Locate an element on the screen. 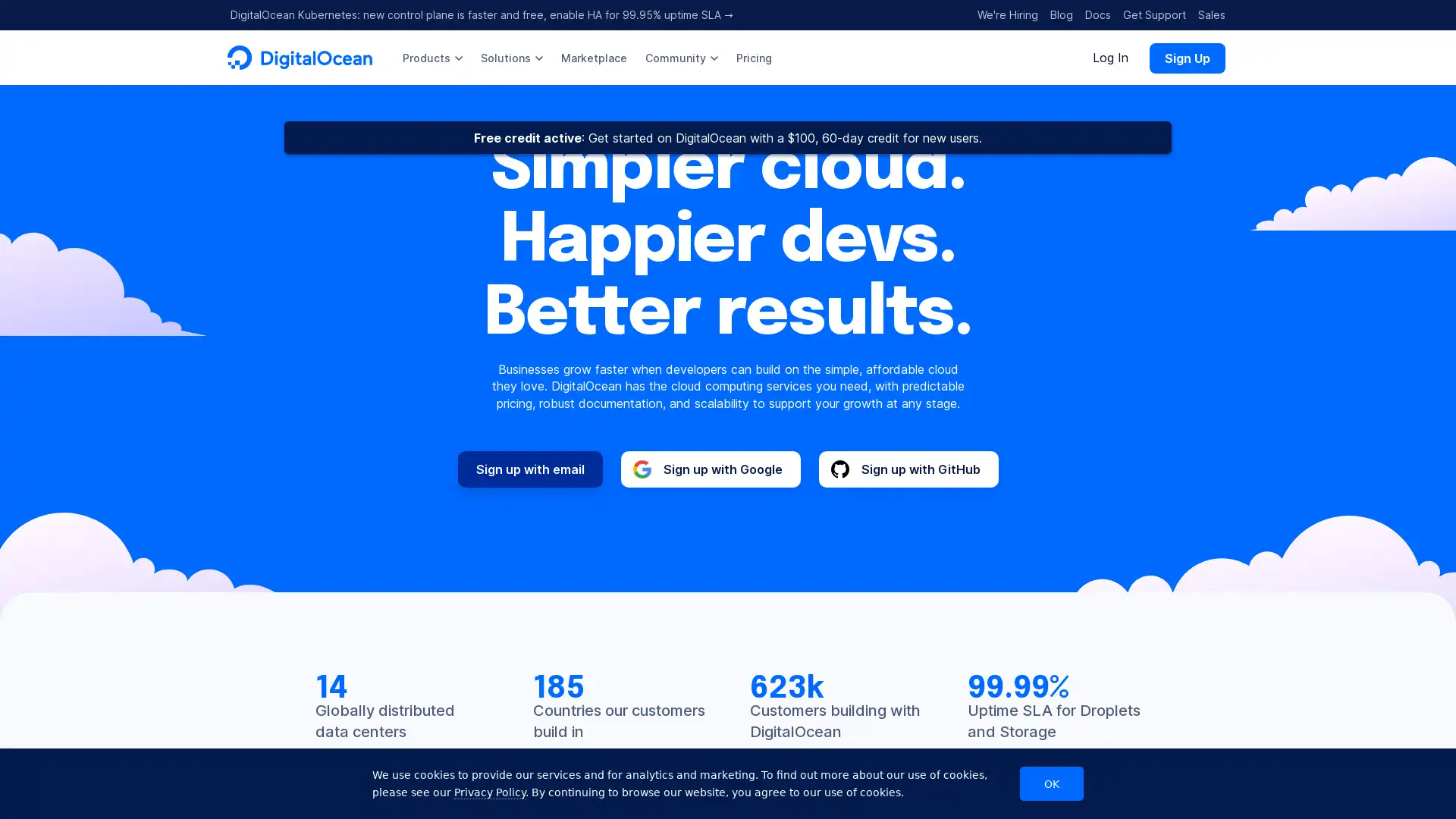 Image resolution: width=1456 pixels, height=819 pixels. OK is located at coordinates (1051, 783).